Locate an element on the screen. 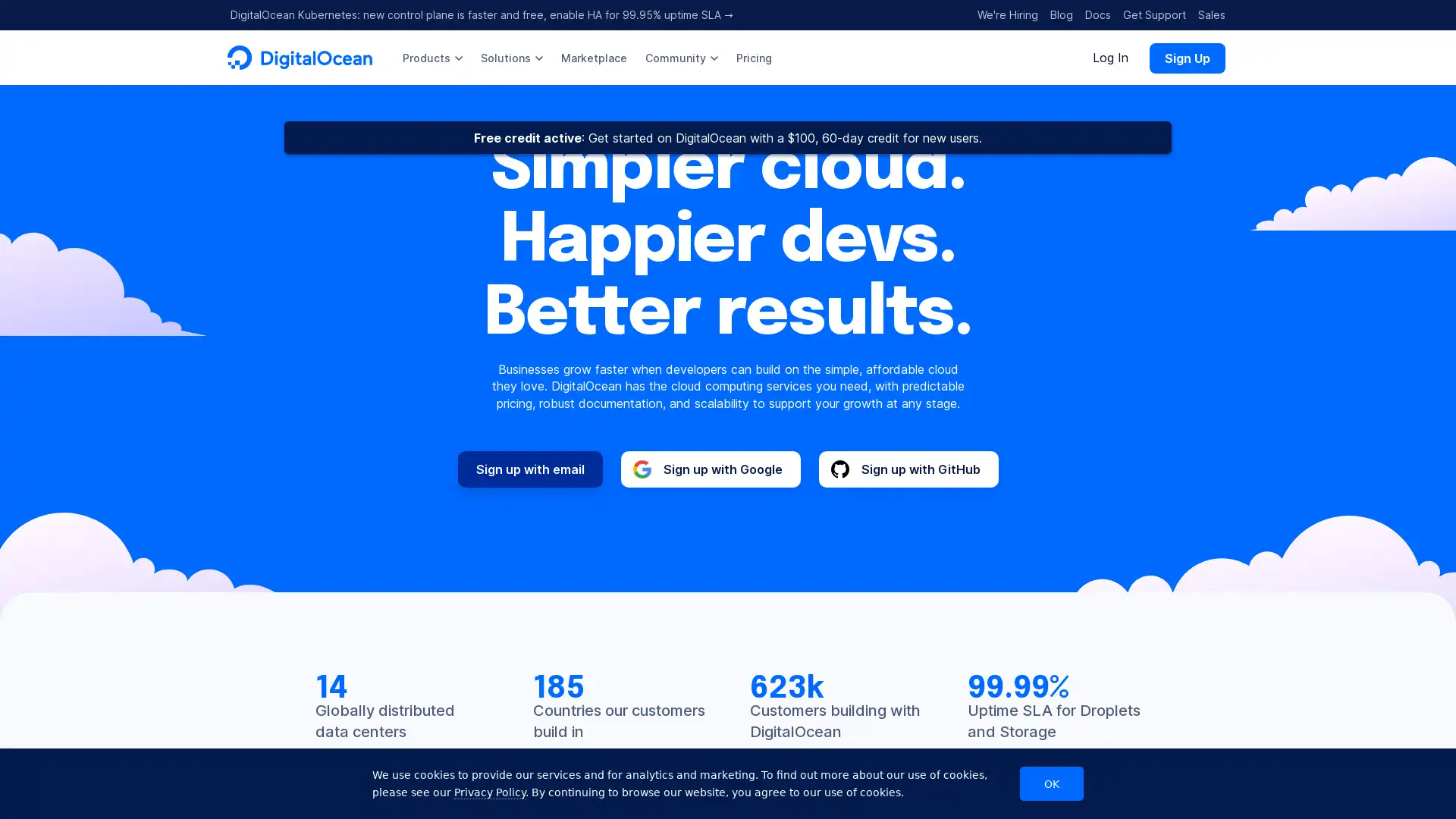 Image resolution: width=1456 pixels, height=819 pixels. OK is located at coordinates (1051, 783).